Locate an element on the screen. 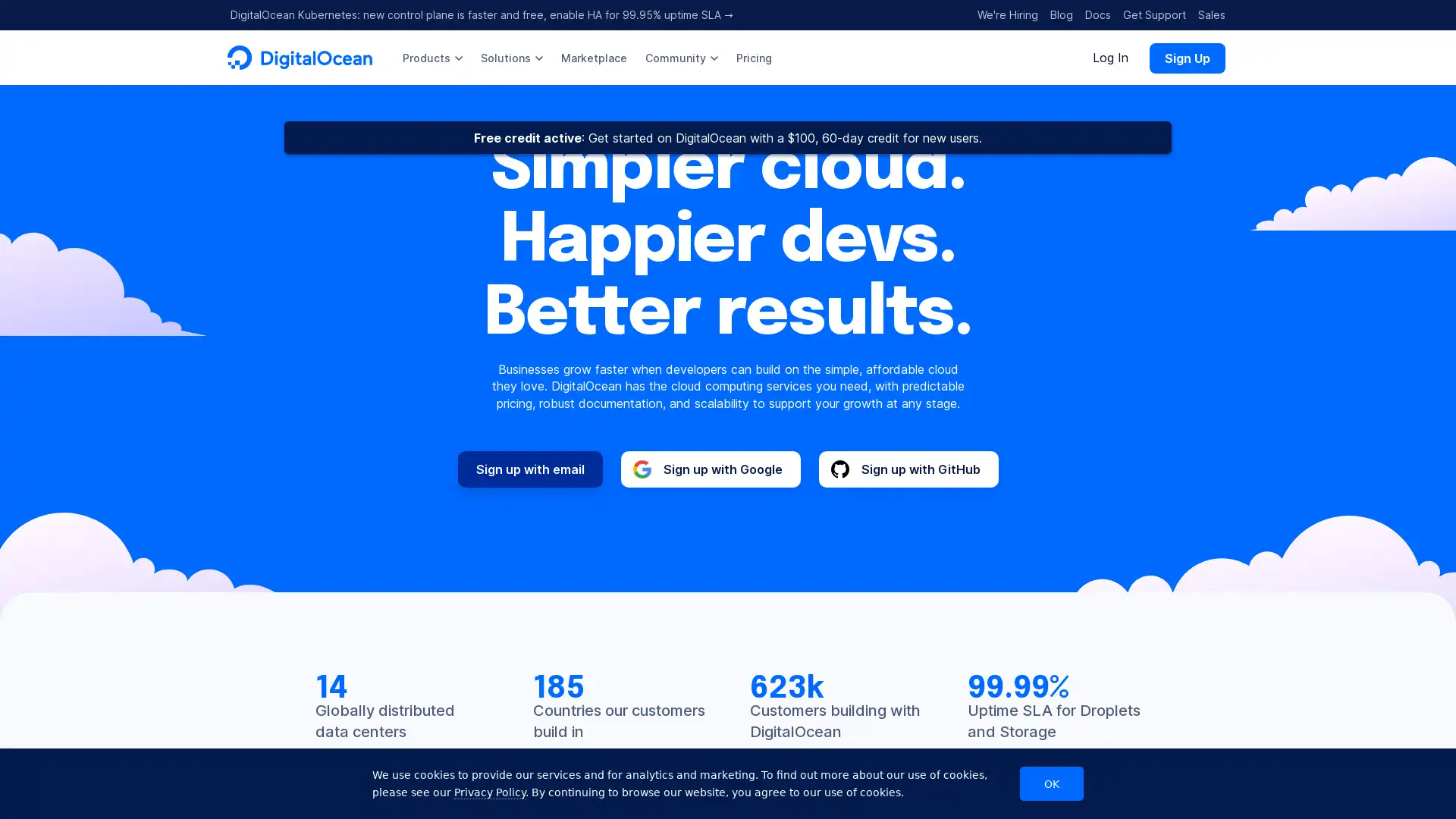 Image resolution: width=1456 pixels, height=819 pixels. OK is located at coordinates (1051, 783).